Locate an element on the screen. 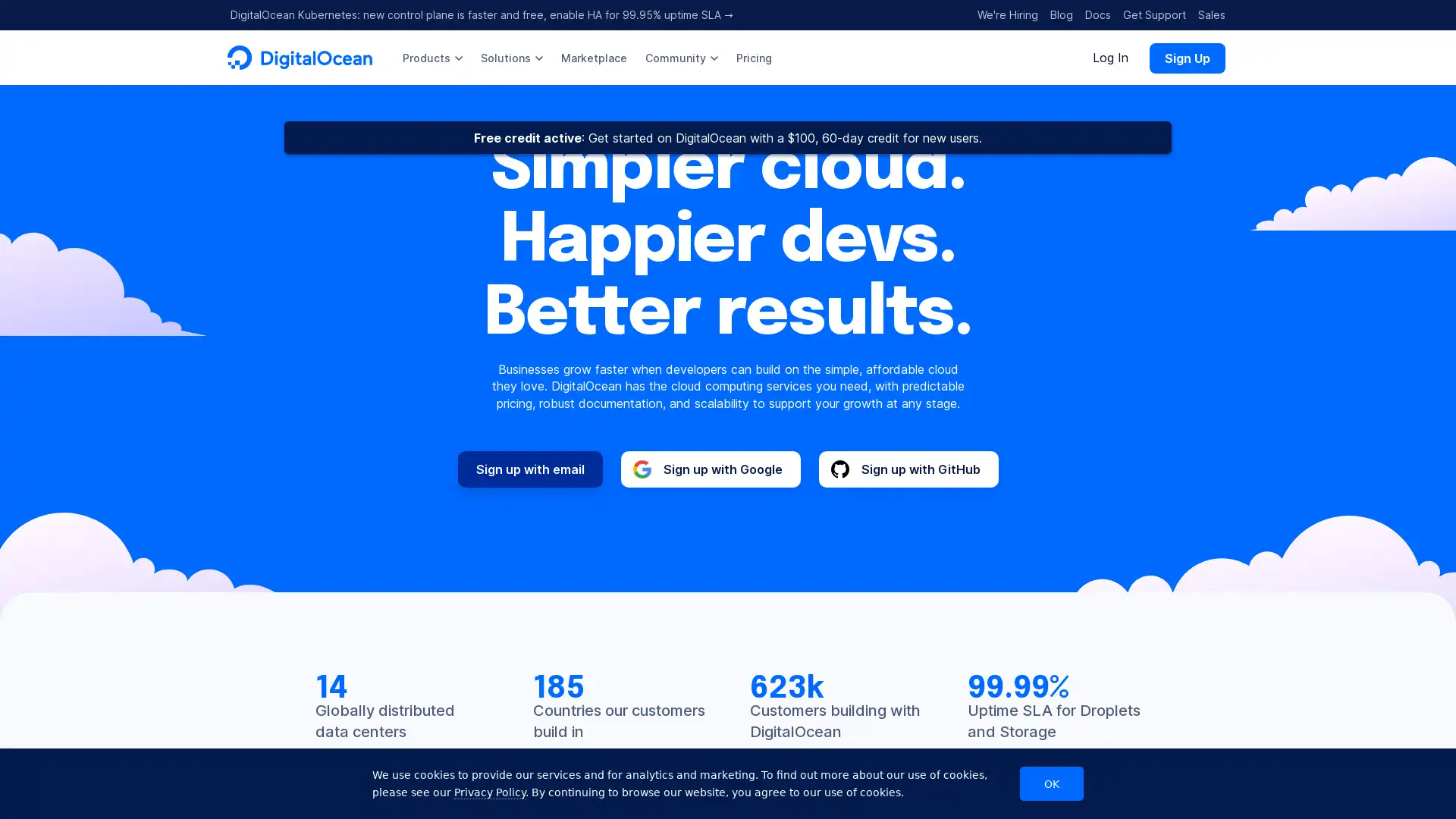 Image resolution: width=1456 pixels, height=819 pixels. OK is located at coordinates (1051, 783).